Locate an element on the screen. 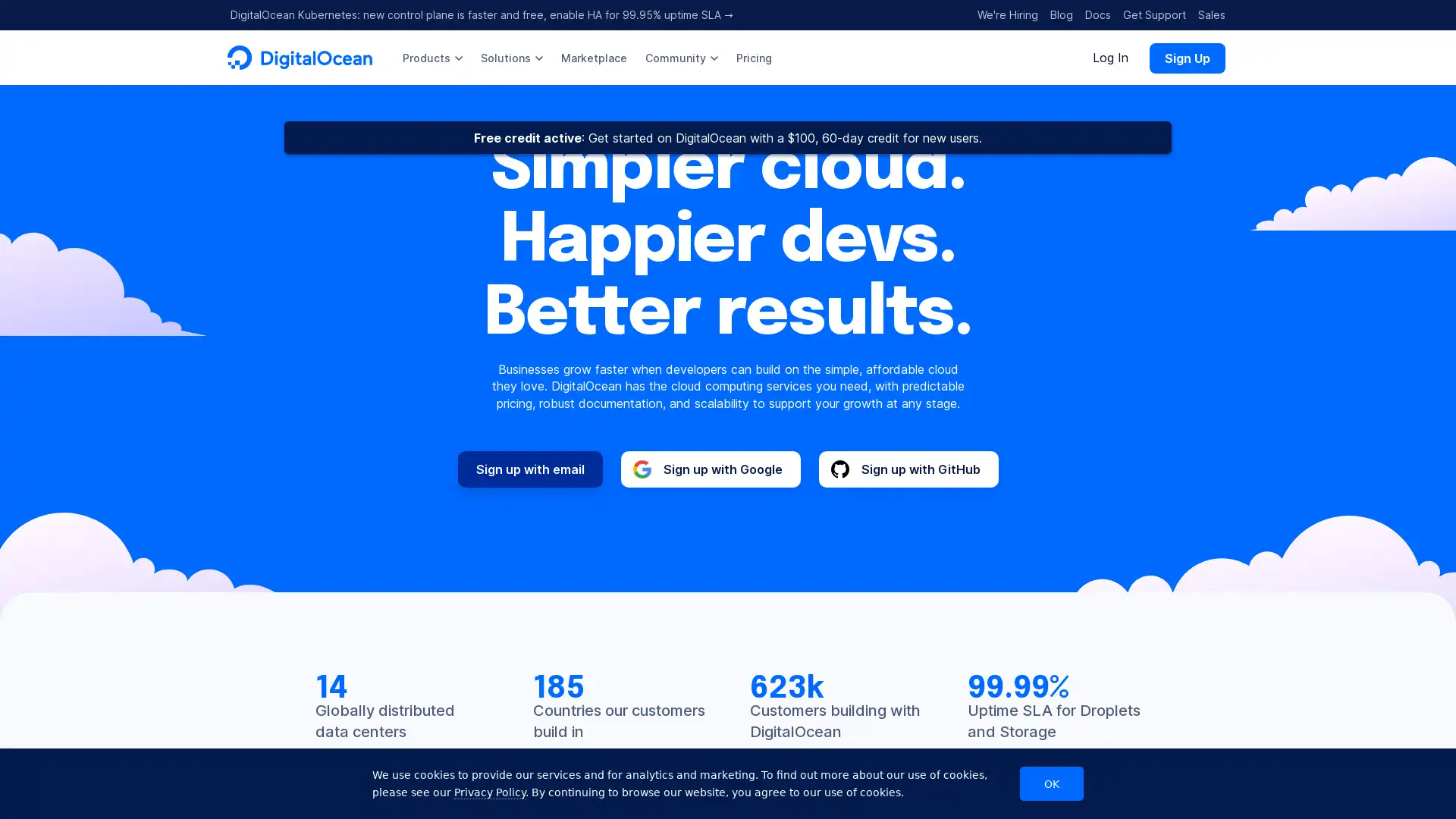 Image resolution: width=1456 pixels, height=819 pixels. OK is located at coordinates (1051, 783).